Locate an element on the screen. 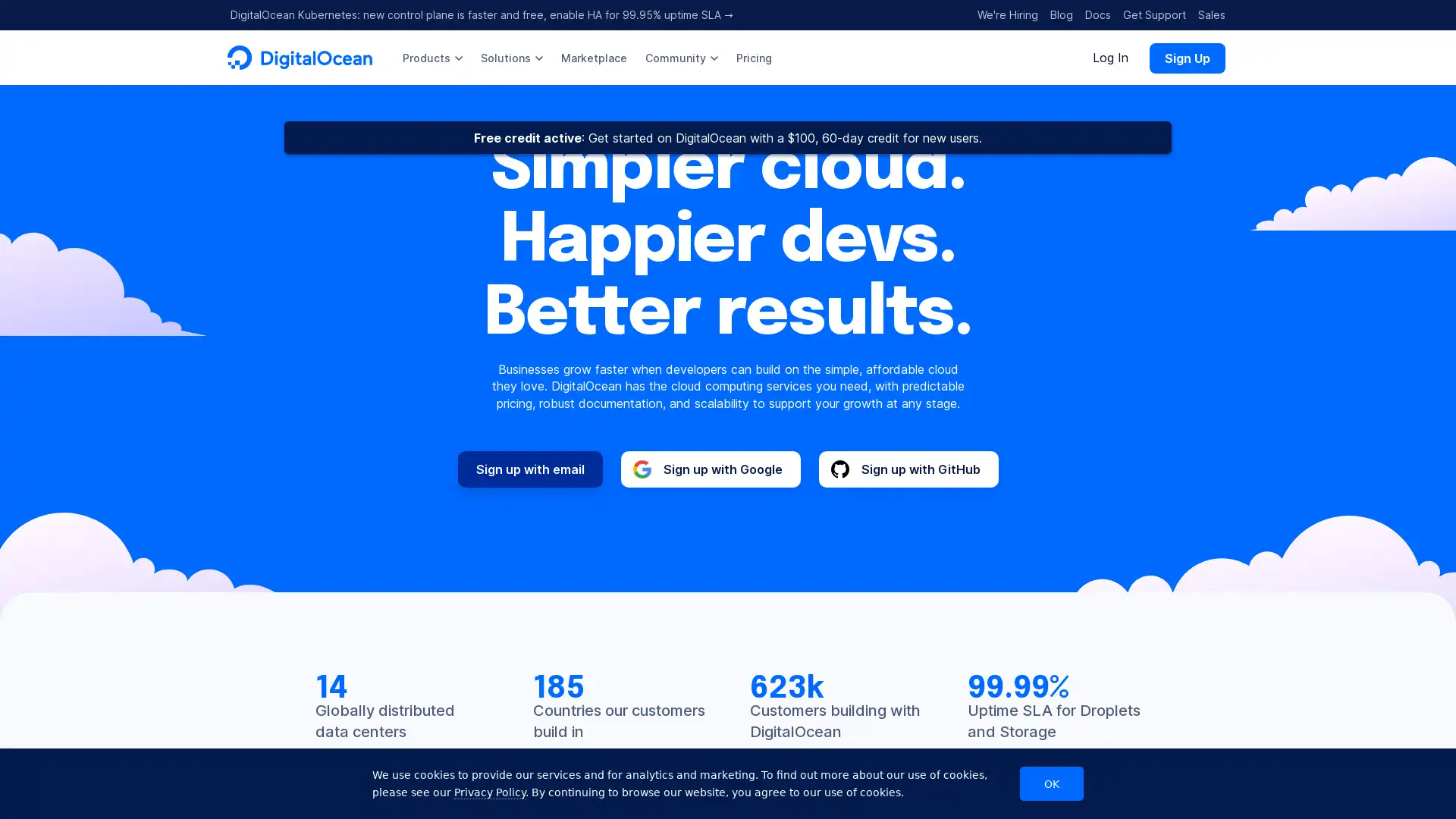 Image resolution: width=1456 pixels, height=819 pixels. OK is located at coordinates (1051, 783).